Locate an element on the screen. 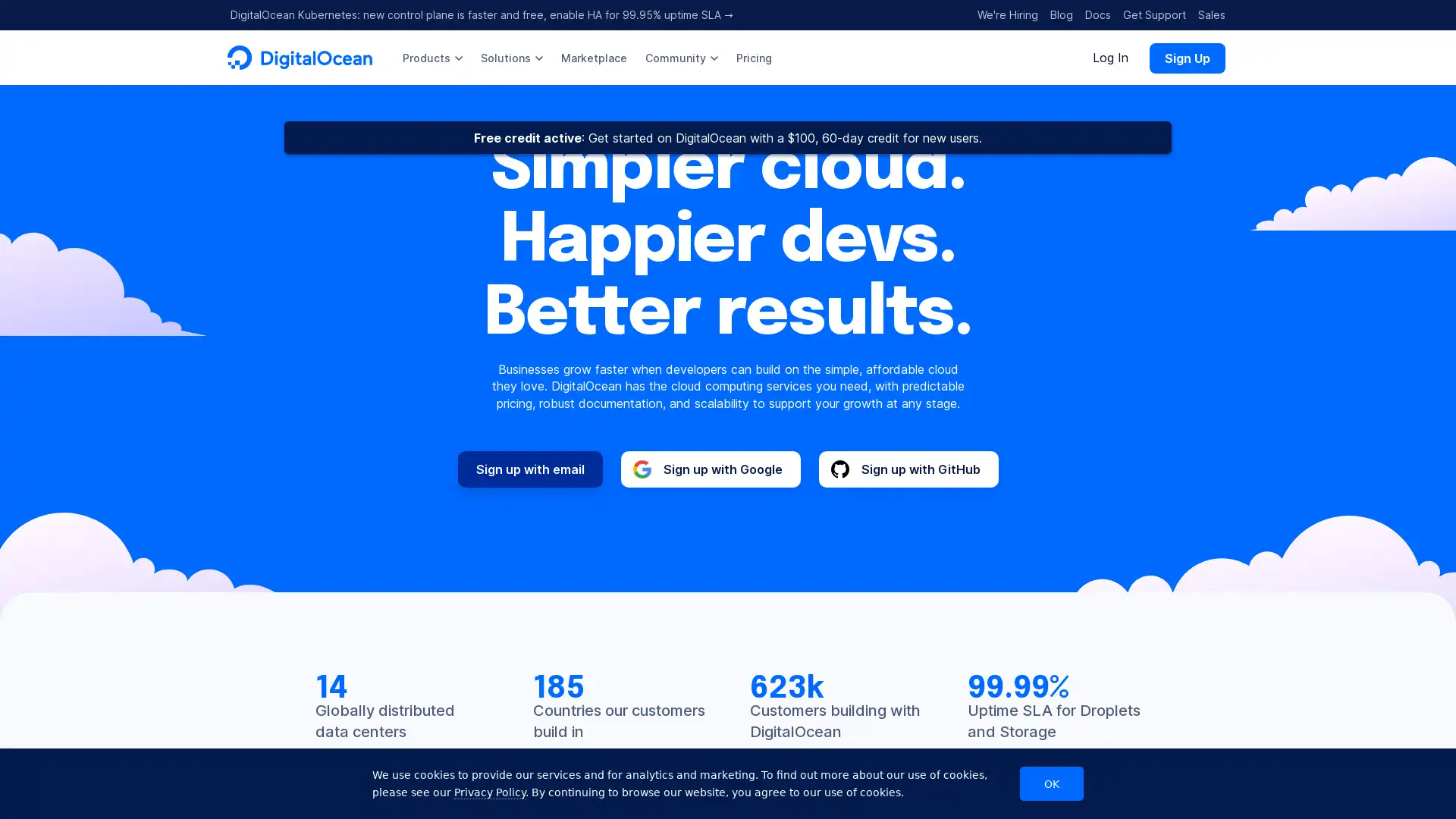 Image resolution: width=1456 pixels, height=819 pixels. OK is located at coordinates (1051, 783).